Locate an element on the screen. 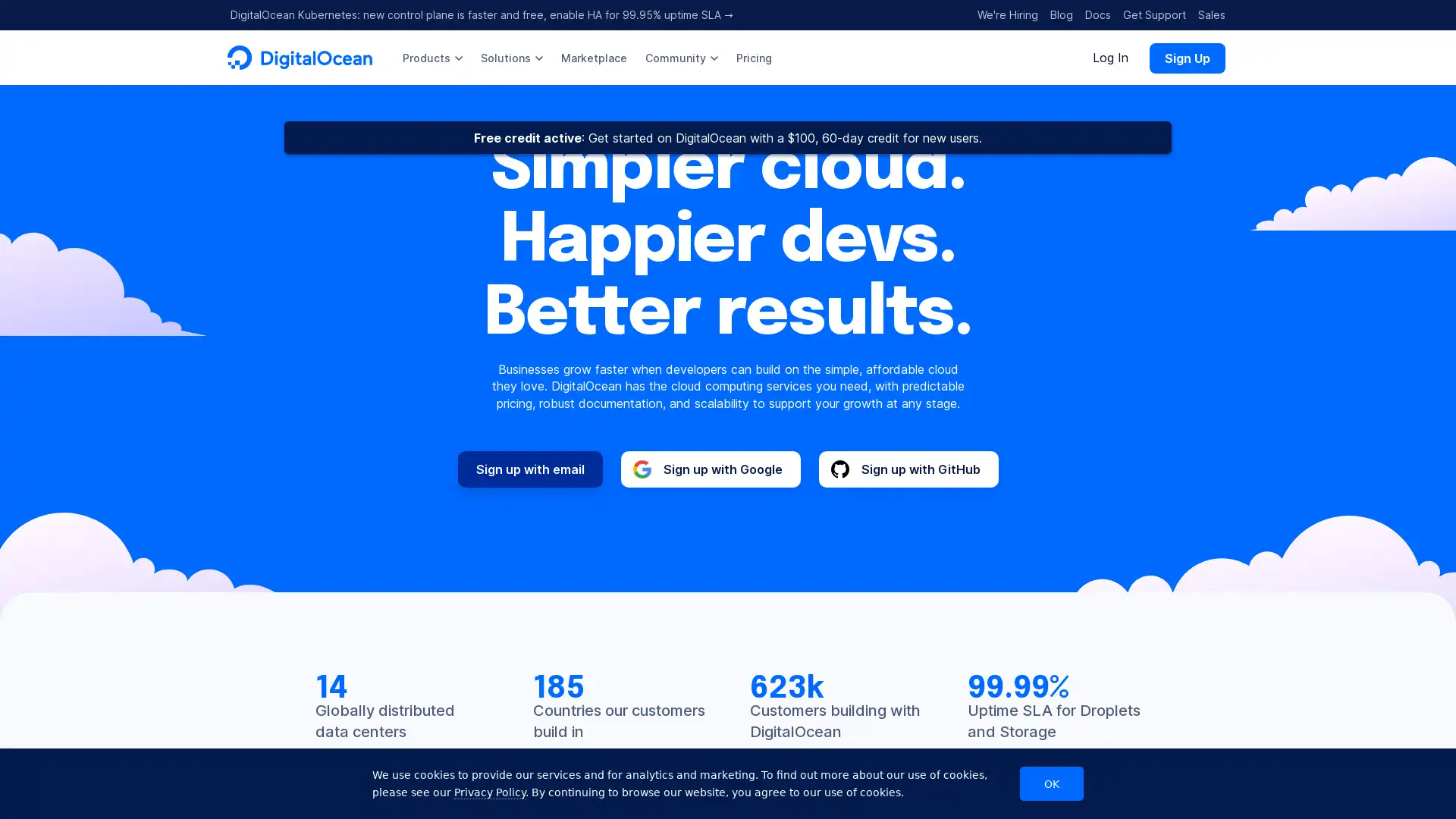 Image resolution: width=1456 pixels, height=819 pixels. OK is located at coordinates (1051, 783).